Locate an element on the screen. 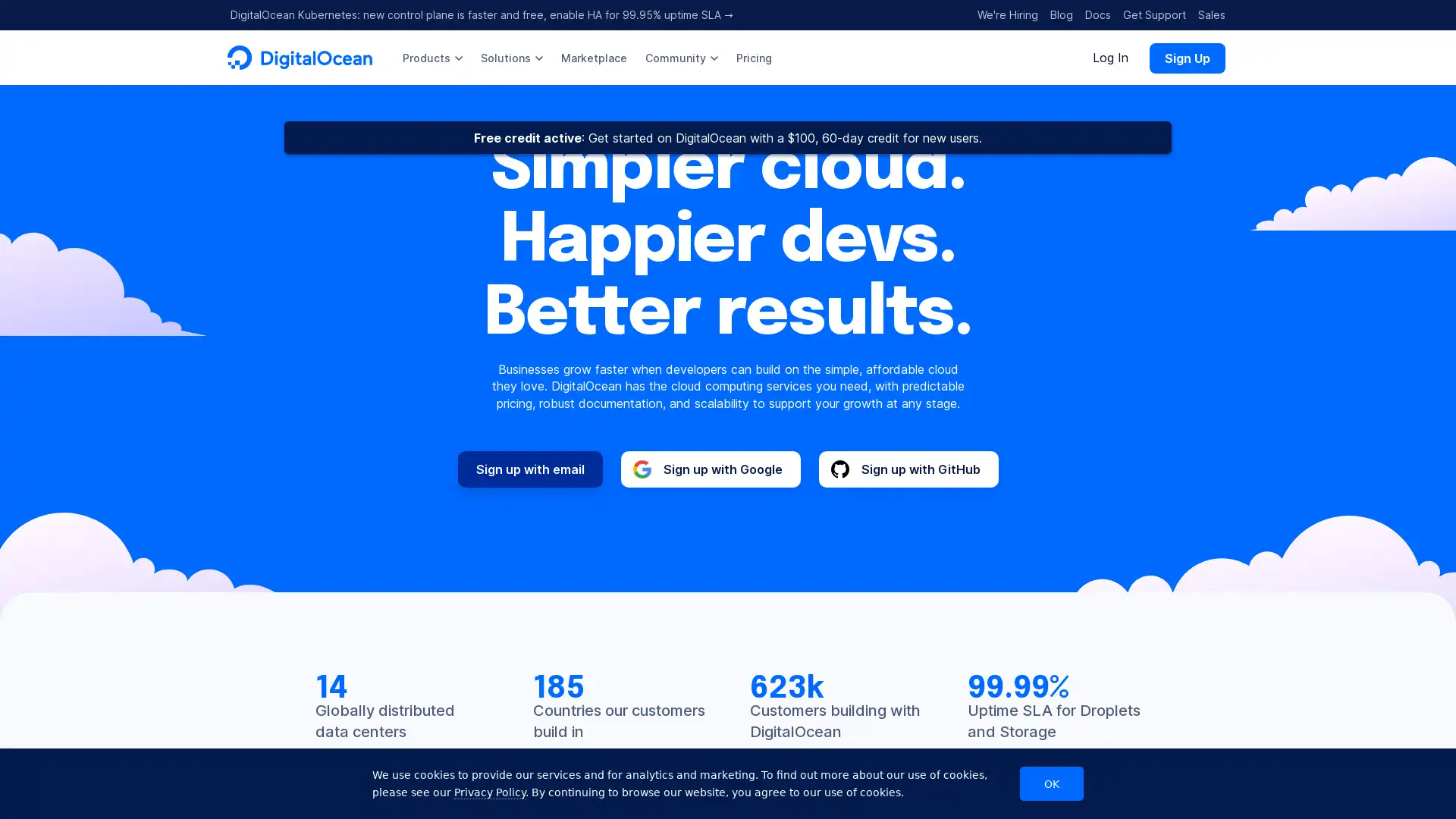 Image resolution: width=1456 pixels, height=819 pixels. OK is located at coordinates (1051, 783).